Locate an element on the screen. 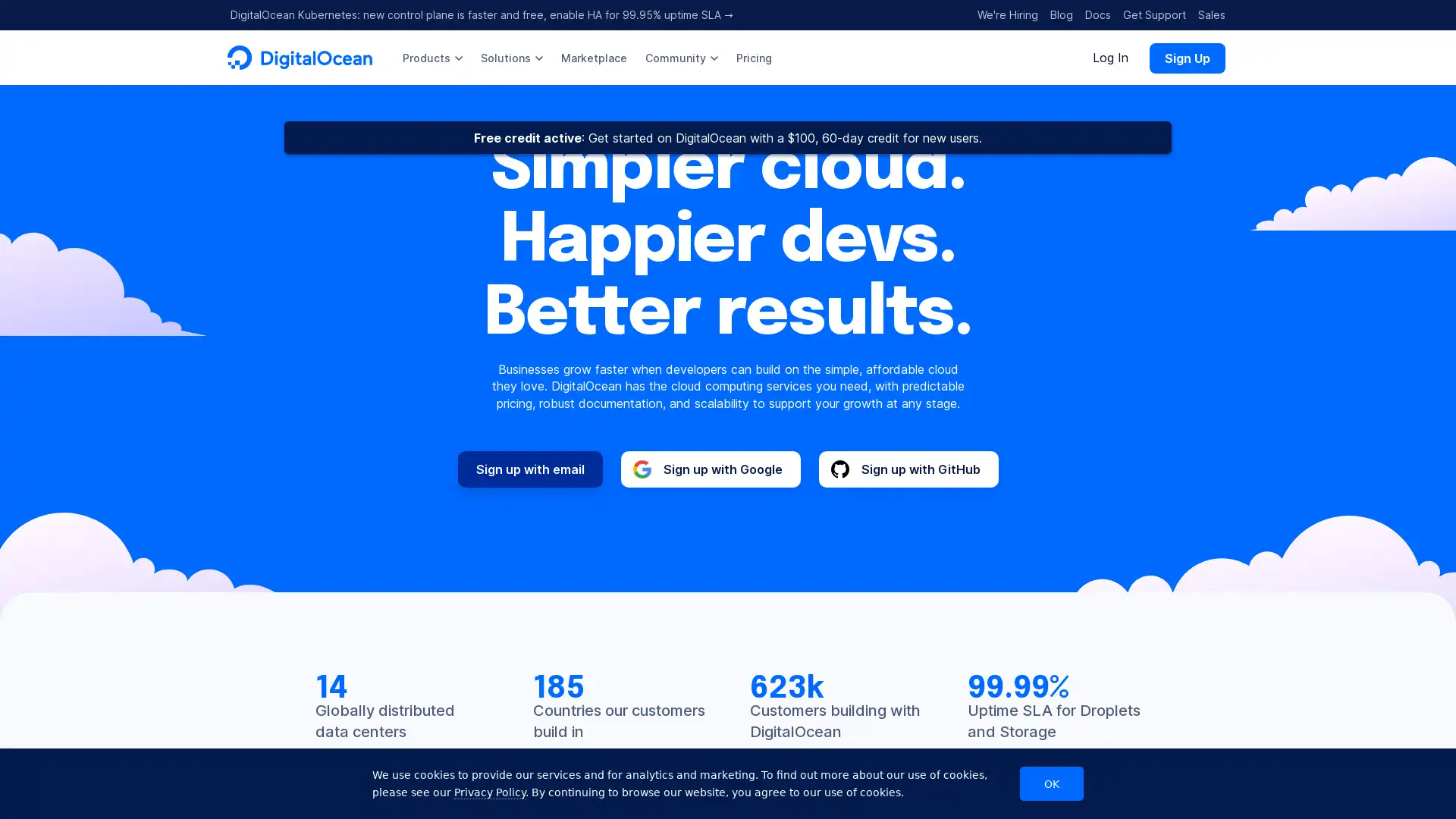 Image resolution: width=1456 pixels, height=819 pixels. OK is located at coordinates (1051, 783).